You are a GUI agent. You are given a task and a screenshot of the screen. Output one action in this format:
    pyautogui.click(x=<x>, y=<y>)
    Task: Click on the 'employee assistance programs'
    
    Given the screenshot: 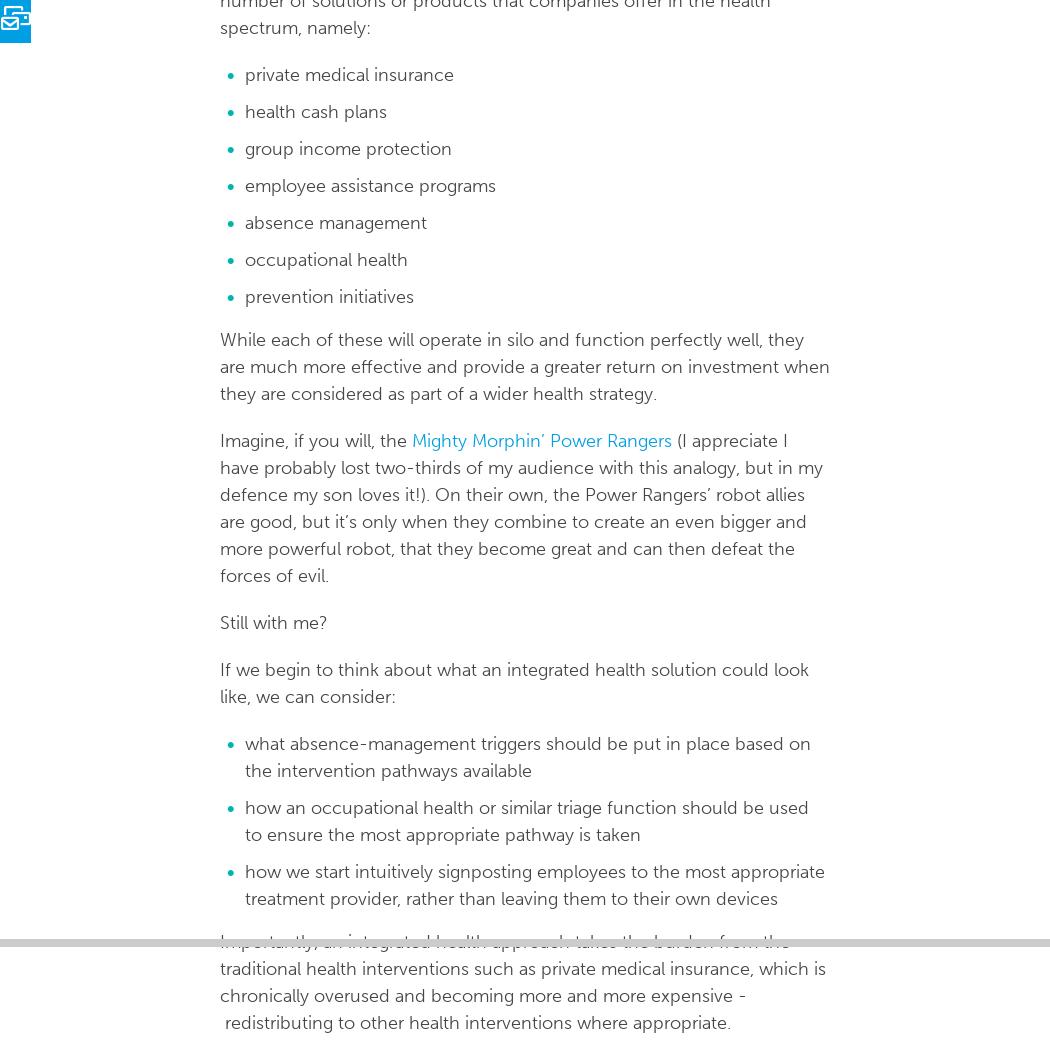 What is the action you would take?
    pyautogui.click(x=244, y=184)
    